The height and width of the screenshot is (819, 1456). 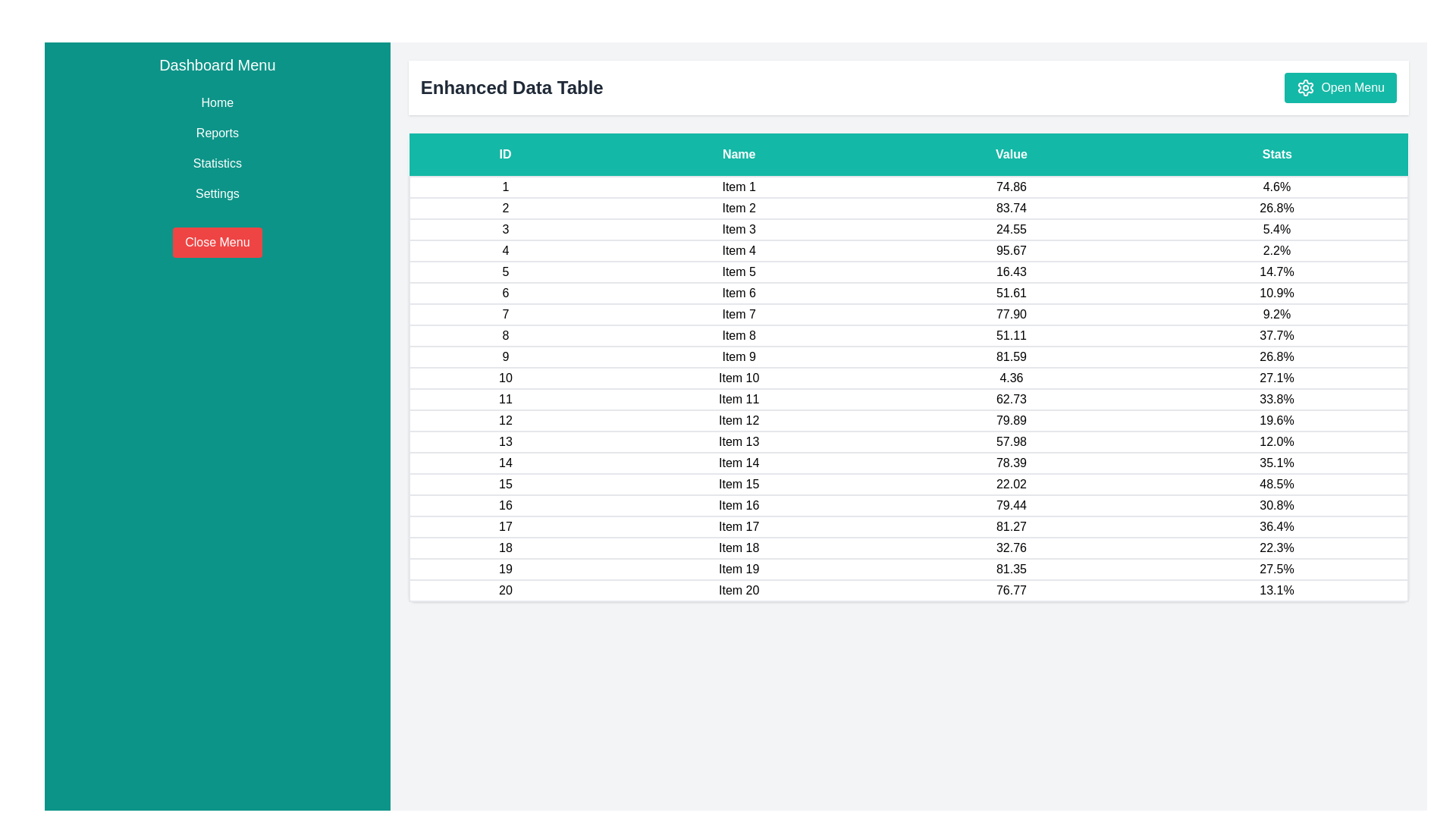 What do you see at coordinates (1340, 87) in the screenshot?
I see `the 'Open Menu' button to open the menu` at bounding box center [1340, 87].